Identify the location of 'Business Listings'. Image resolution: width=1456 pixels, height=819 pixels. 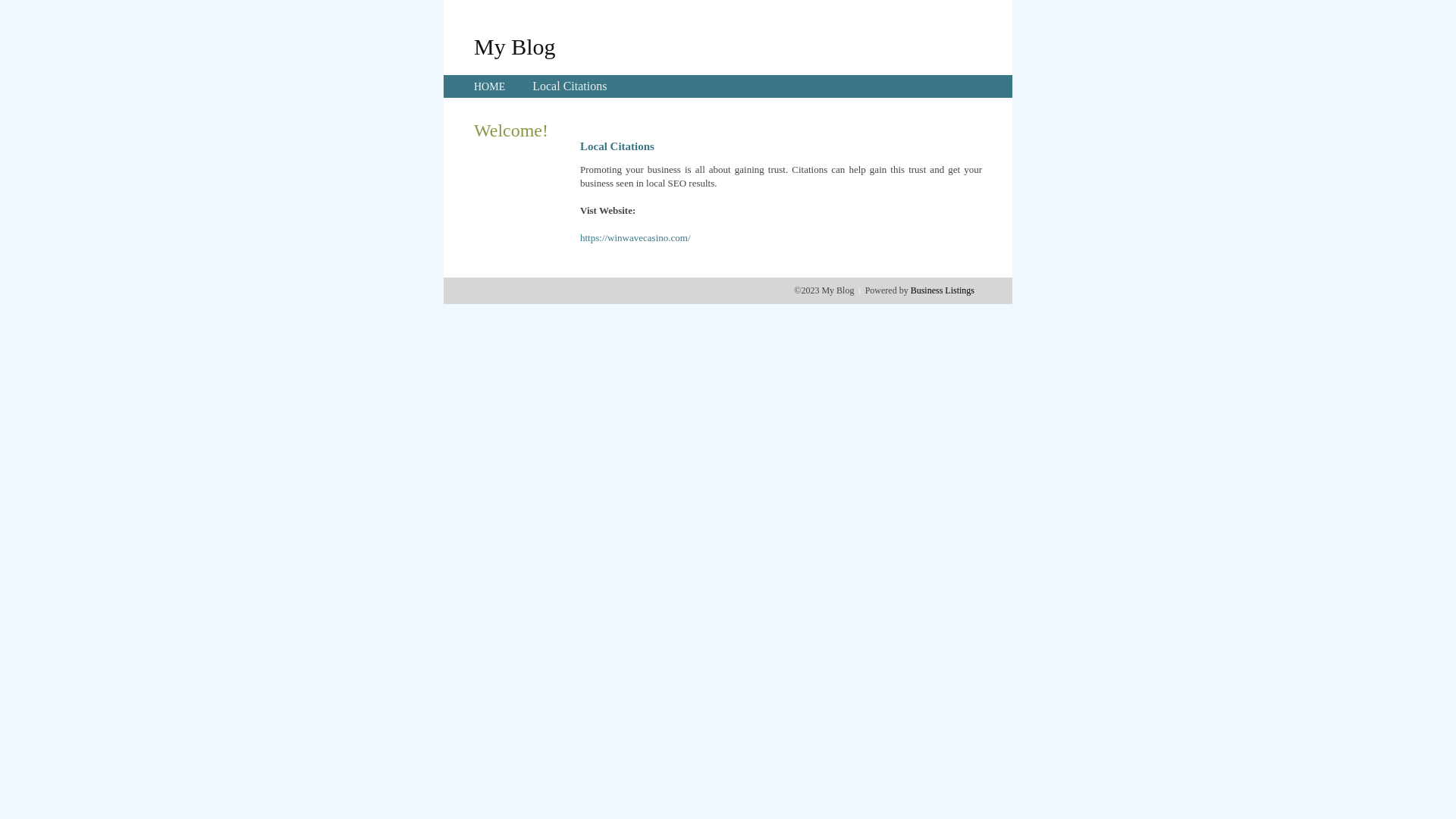
(942, 290).